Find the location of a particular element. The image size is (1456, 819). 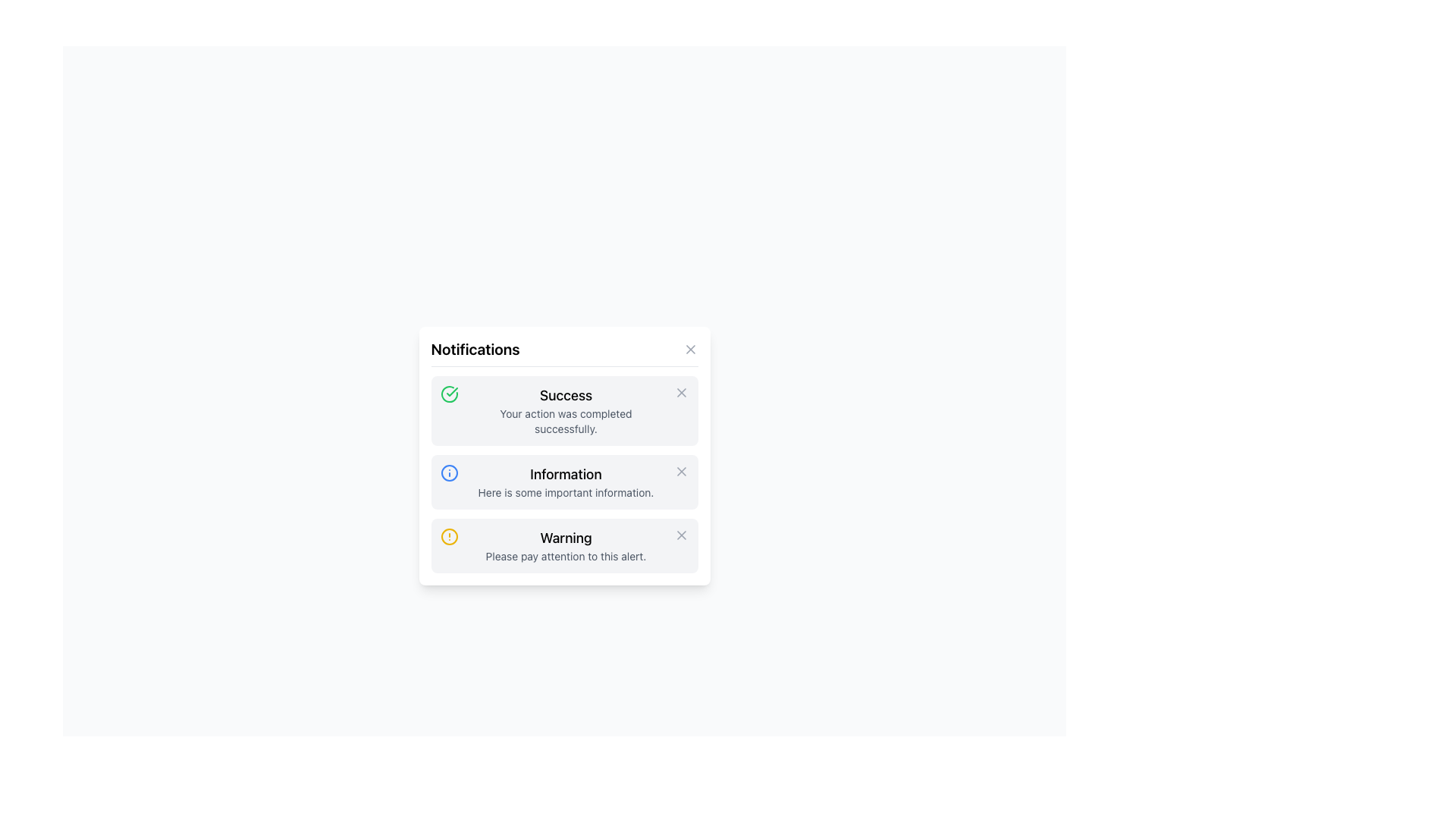

information displayed on the Notification card, which is the second card in a vertically stacked group of notification cards located centrally in the interface is located at coordinates (563, 482).